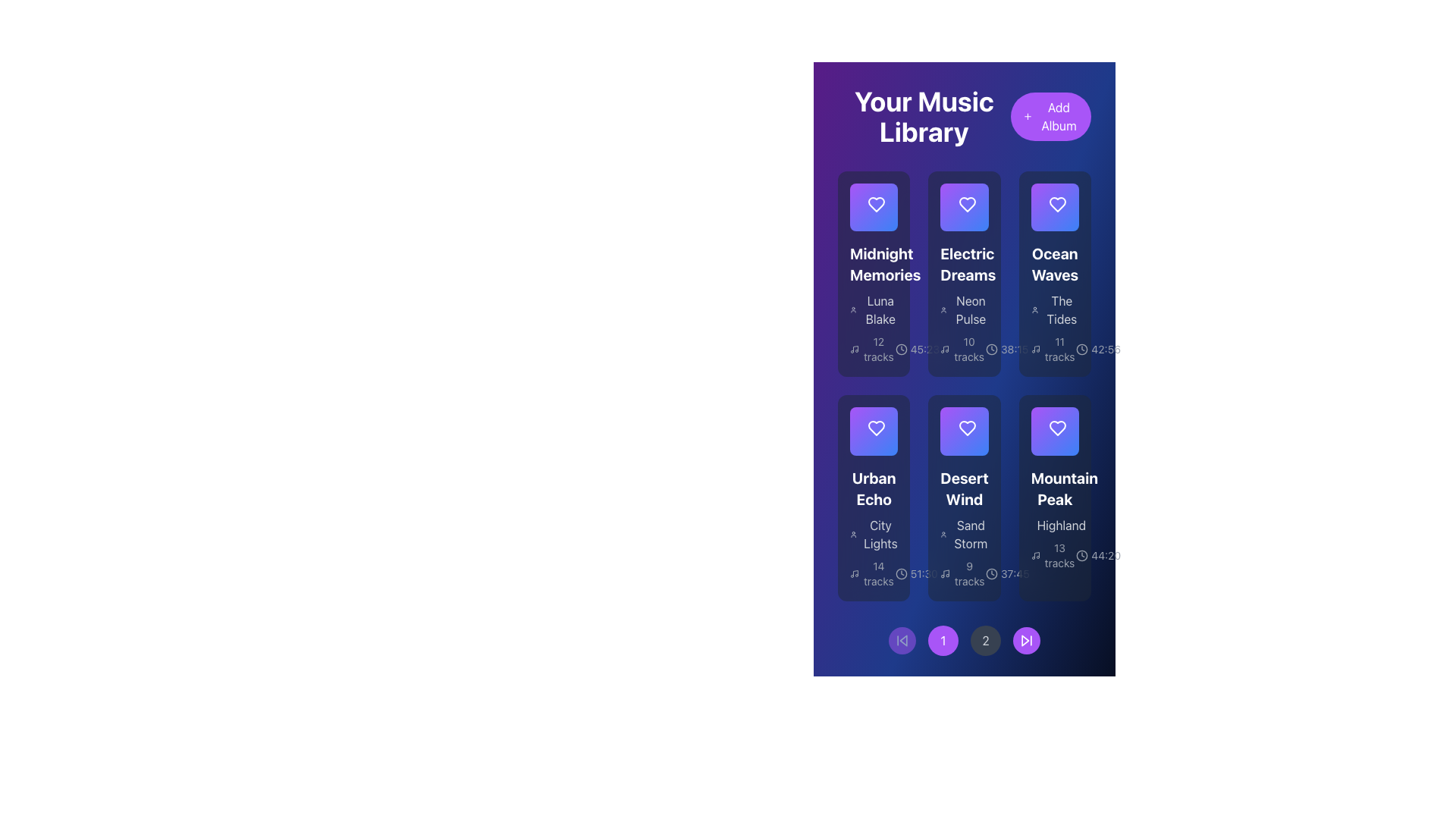  I want to click on the heart-shaped button with a purple icon inside a circular button on the 'Ocean Waves' card in 'Your Music Library' to observe hover effects, so click(1054, 207).